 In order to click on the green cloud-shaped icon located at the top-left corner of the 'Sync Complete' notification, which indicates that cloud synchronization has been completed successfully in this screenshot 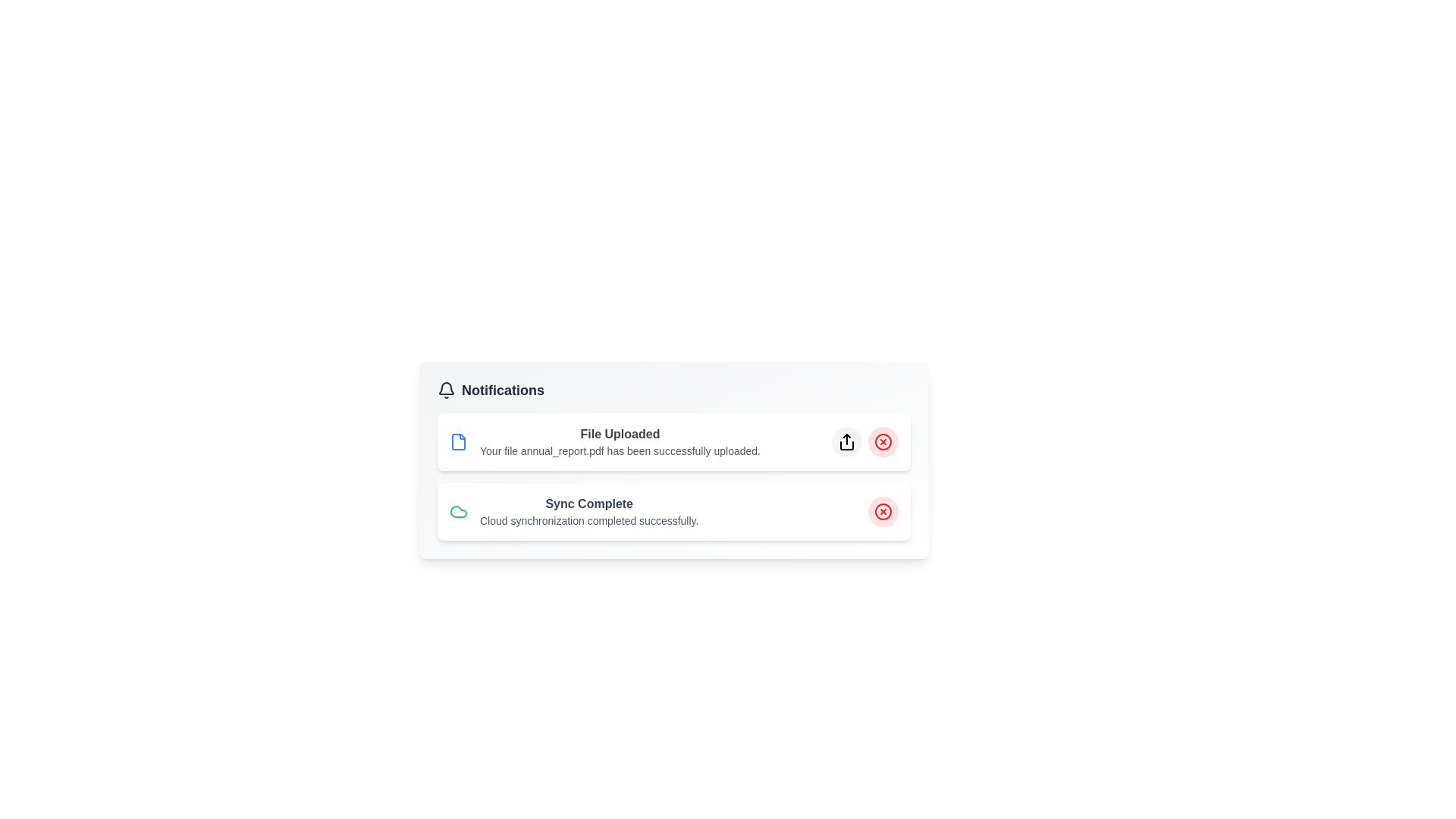, I will do `click(457, 512)`.